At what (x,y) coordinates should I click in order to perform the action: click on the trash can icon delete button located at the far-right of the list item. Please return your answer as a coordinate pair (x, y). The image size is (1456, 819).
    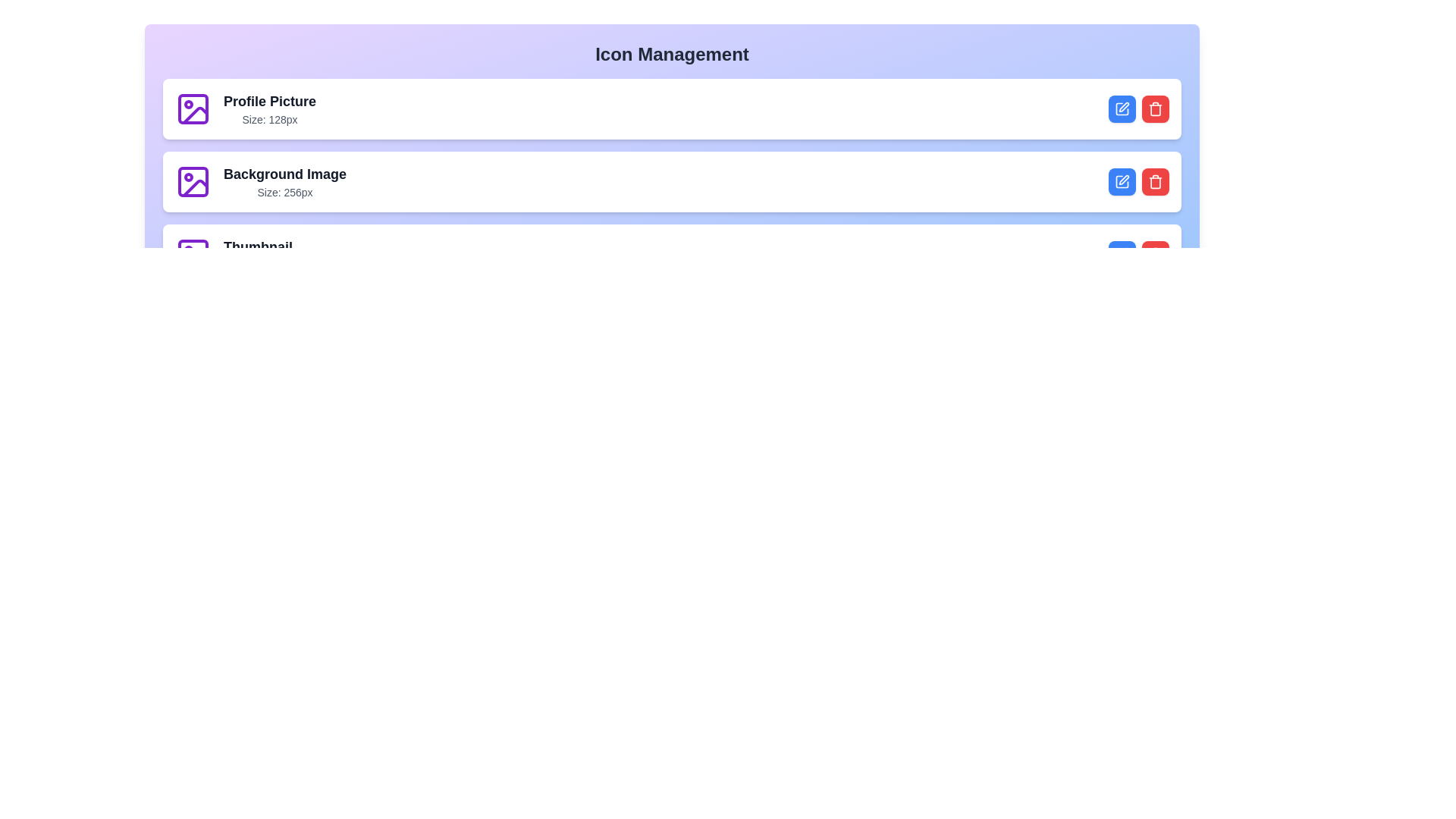
    Looking at the image, I should click on (1154, 180).